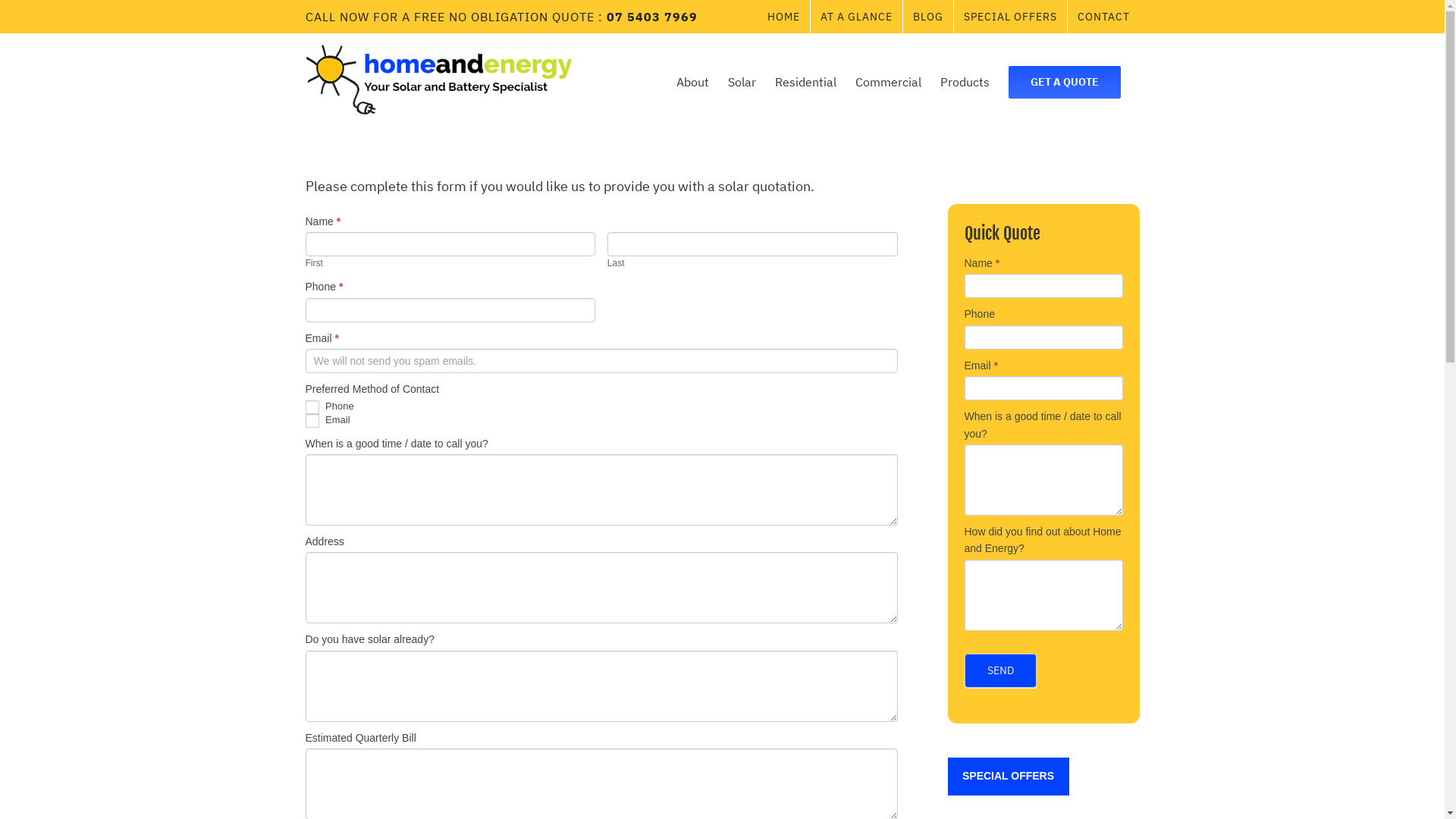 Image resolution: width=1456 pixels, height=819 pixels. I want to click on 'Commercial', so click(888, 82).